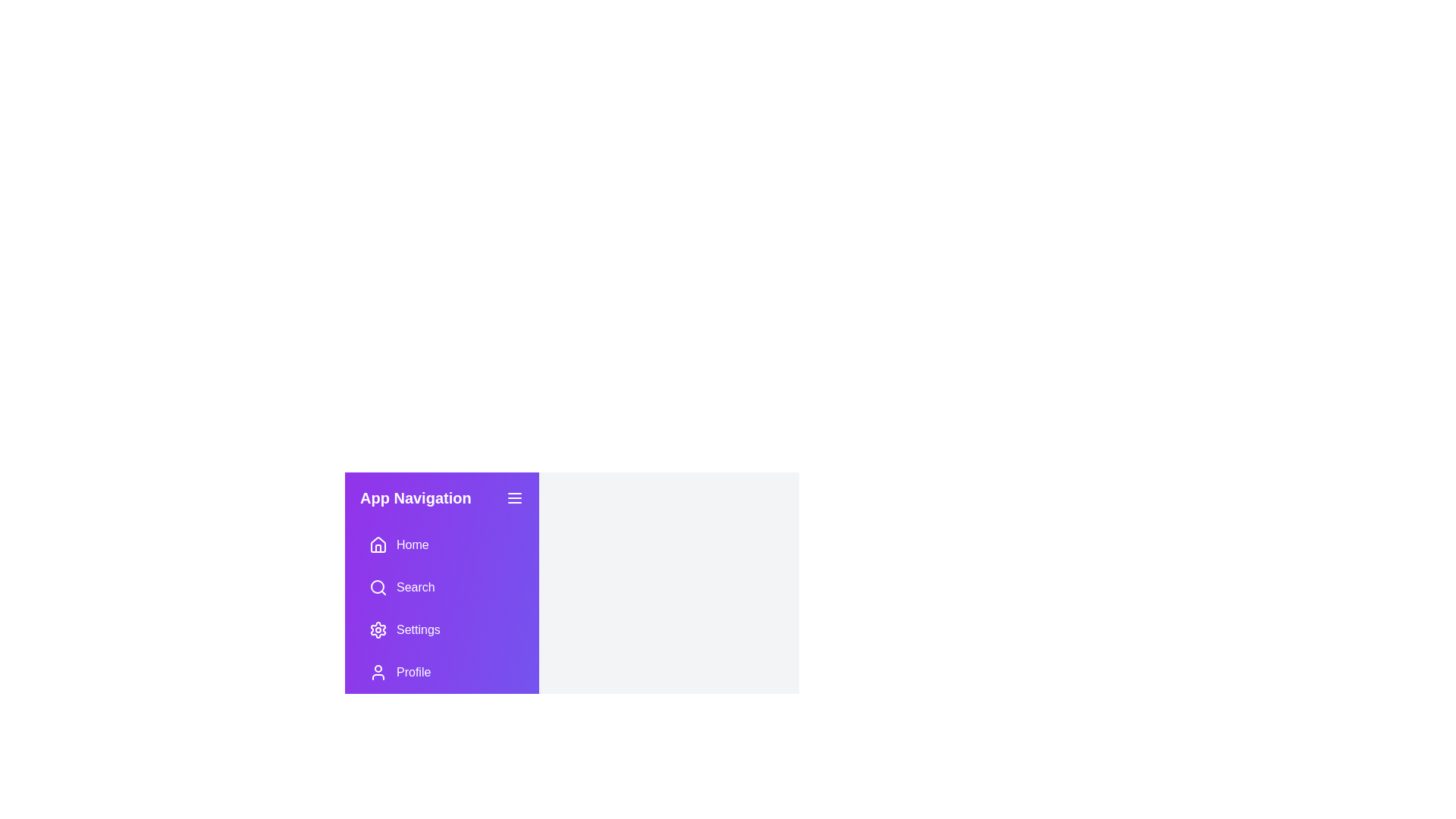  Describe the element at coordinates (441, 544) in the screenshot. I see `the Home button in the navigation drawer to navigate to the corresponding section` at that location.